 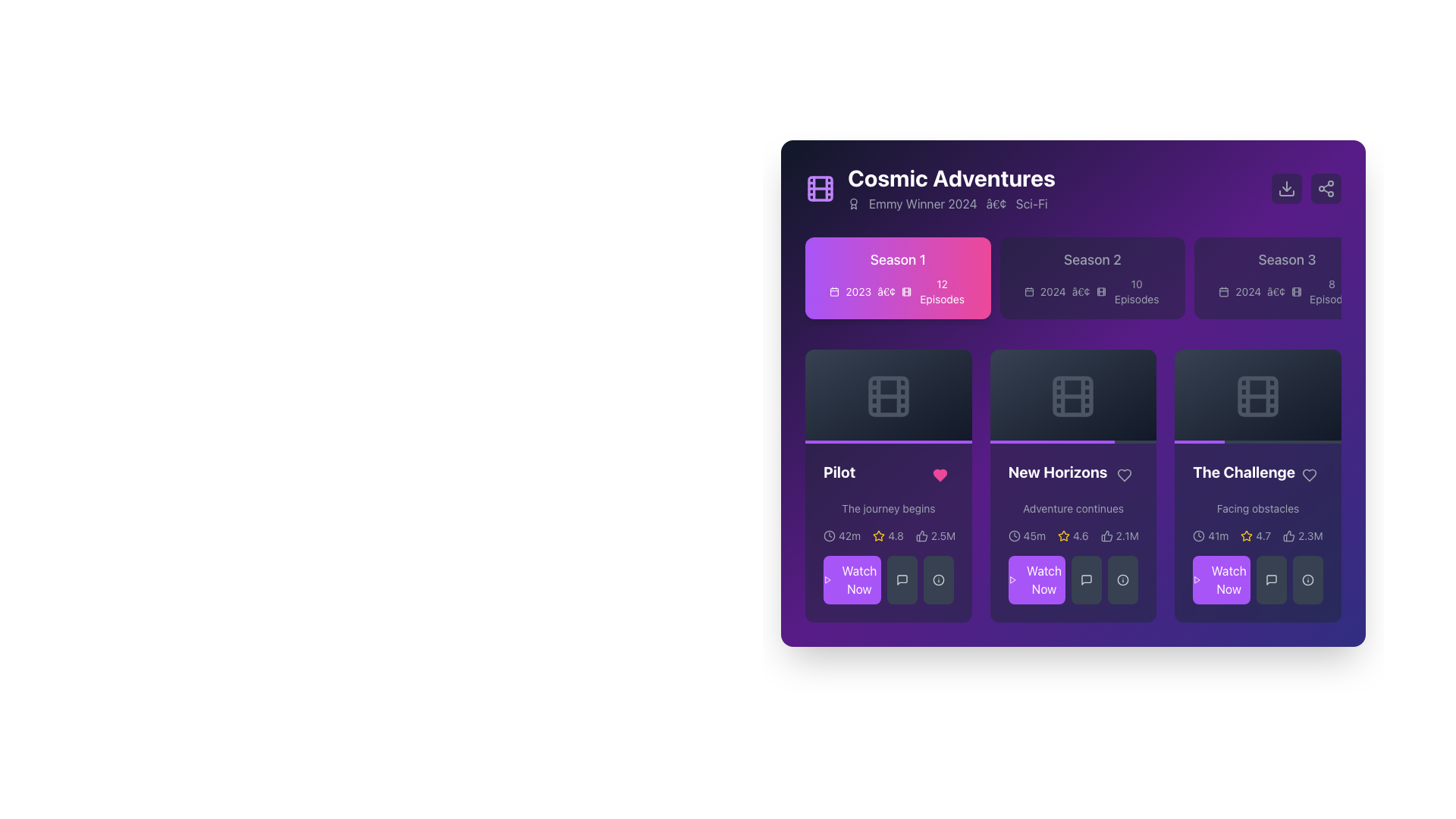 What do you see at coordinates (950, 203) in the screenshot?
I see `the text with accompanying icon located directly below the title 'Cosmic Adventures', which has light gray text on a dark background` at bounding box center [950, 203].